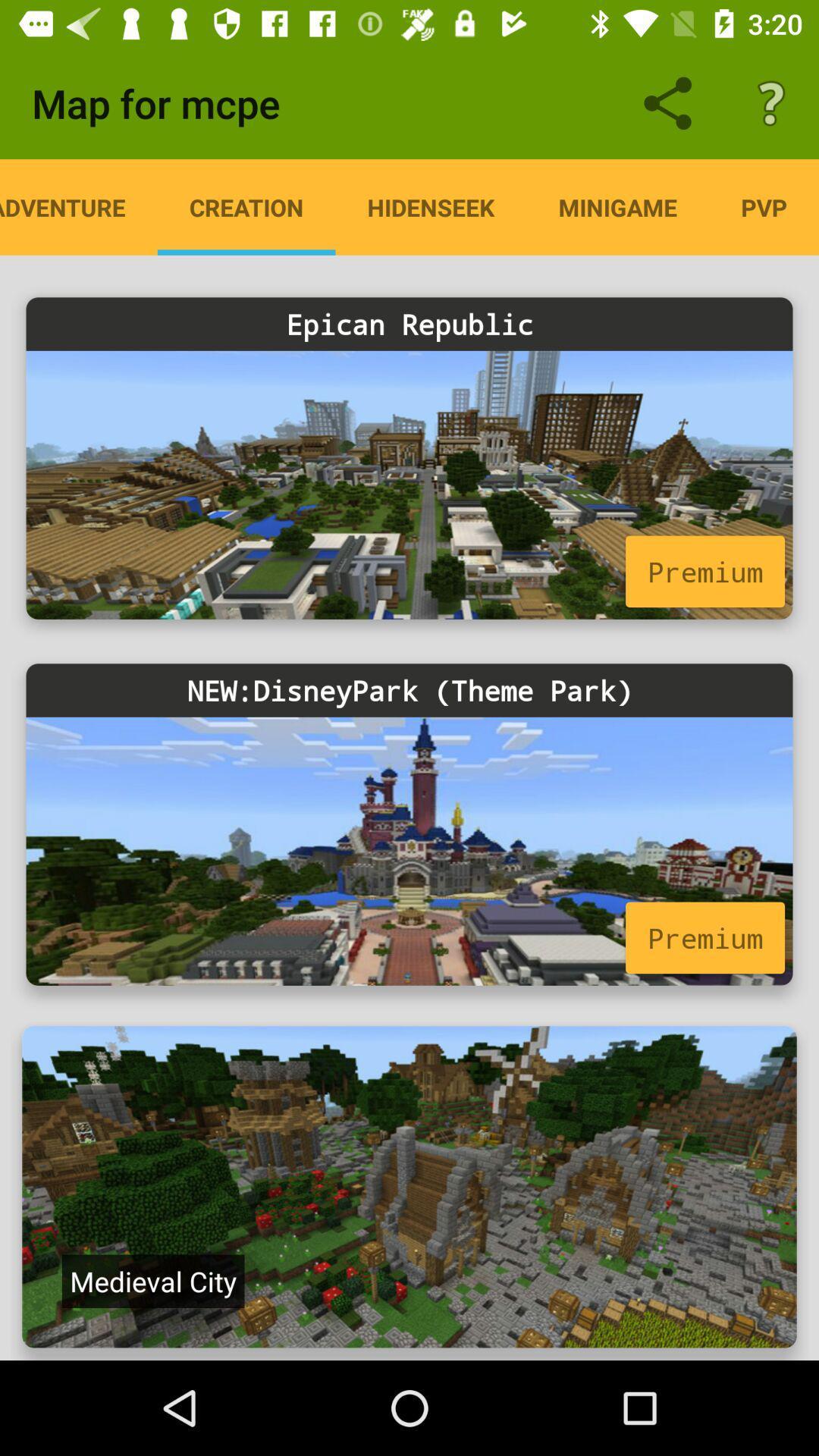  I want to click on premium link for epican republic map, so click(409, 484).